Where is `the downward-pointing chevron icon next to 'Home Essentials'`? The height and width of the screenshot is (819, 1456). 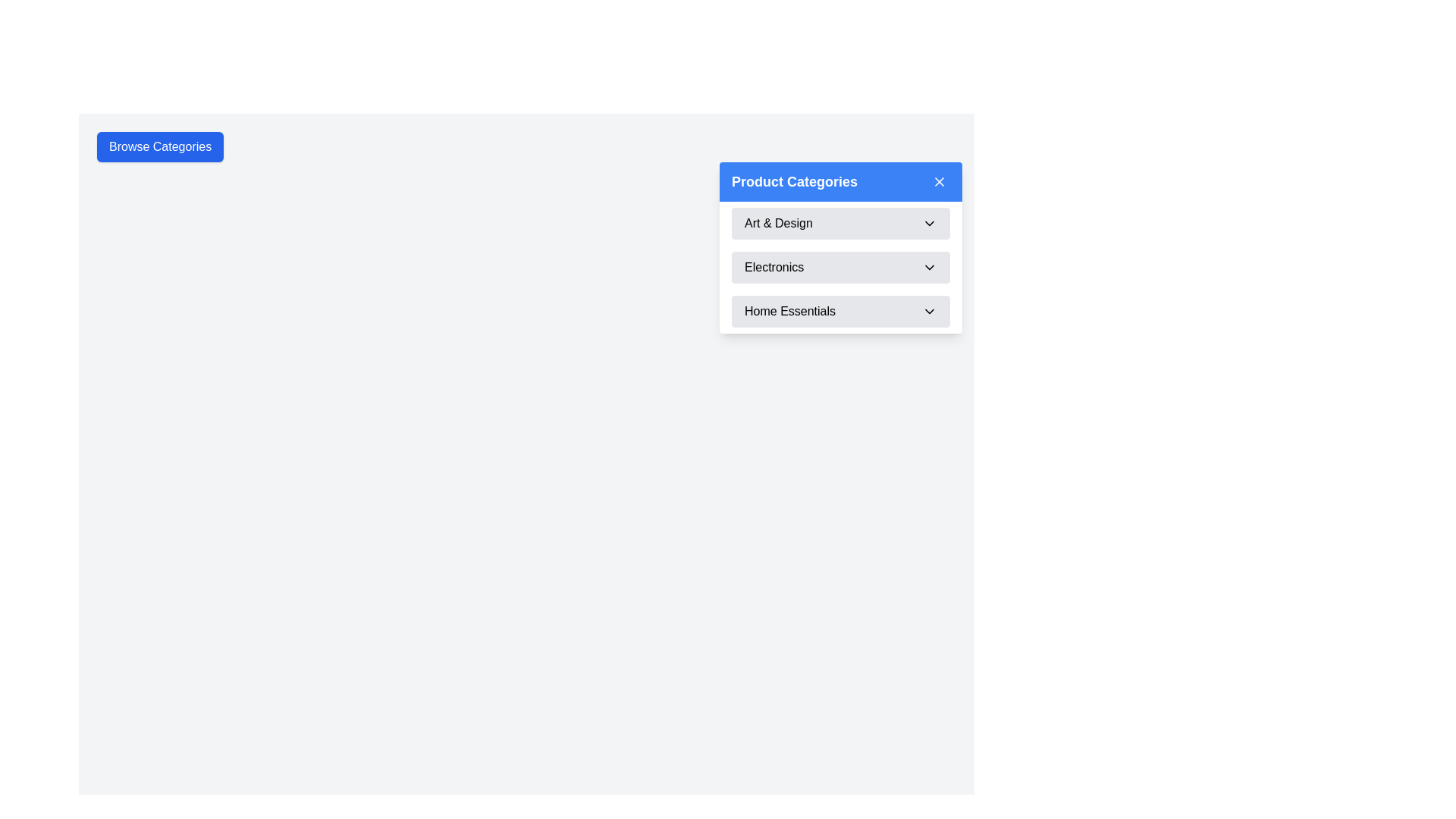 the downward-pointing chevron icon next to 'Home Essentials' is located at coordinates (928, 311).